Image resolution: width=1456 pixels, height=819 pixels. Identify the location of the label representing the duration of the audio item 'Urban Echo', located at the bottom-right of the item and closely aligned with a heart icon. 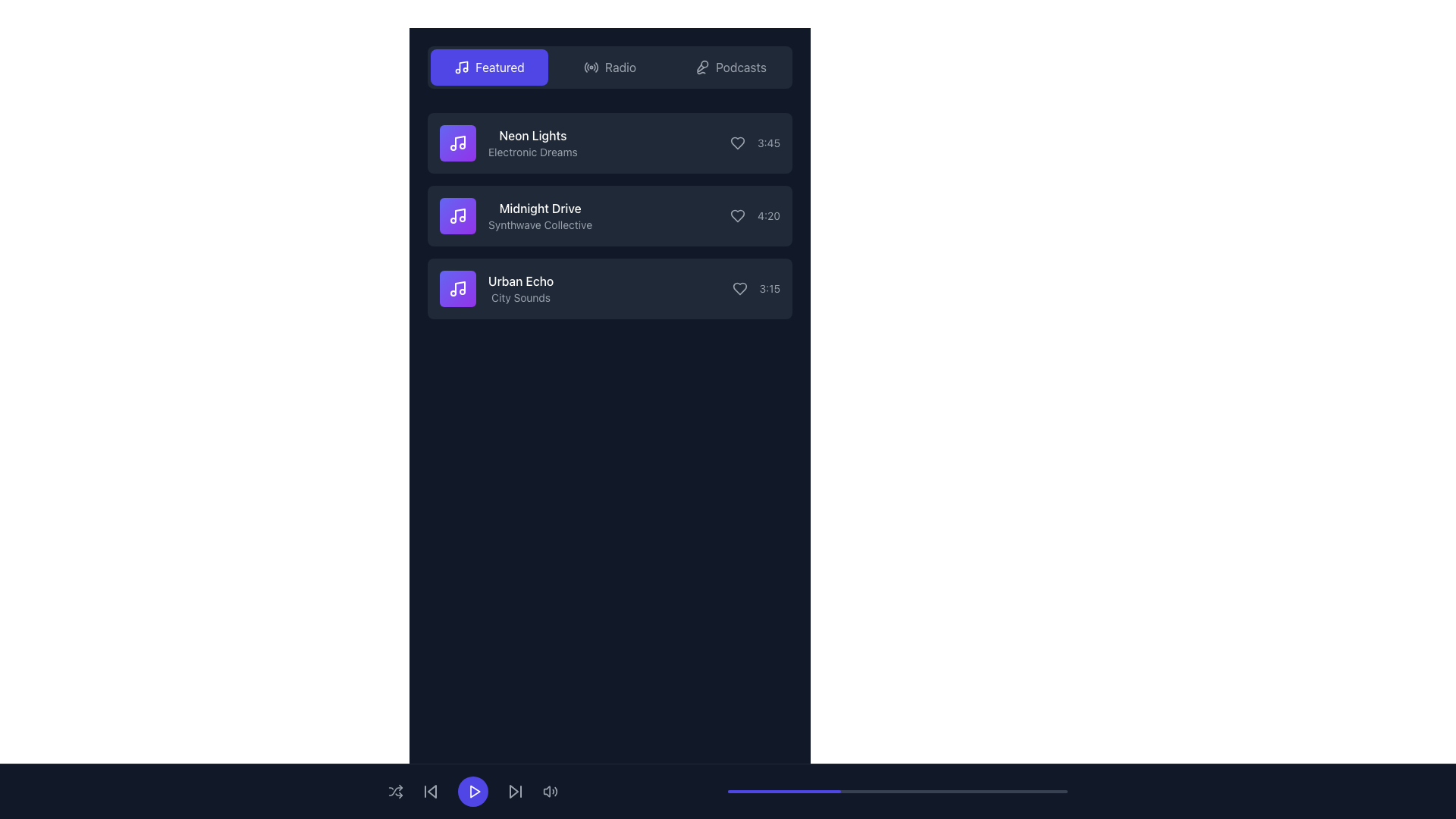
(756, 289).